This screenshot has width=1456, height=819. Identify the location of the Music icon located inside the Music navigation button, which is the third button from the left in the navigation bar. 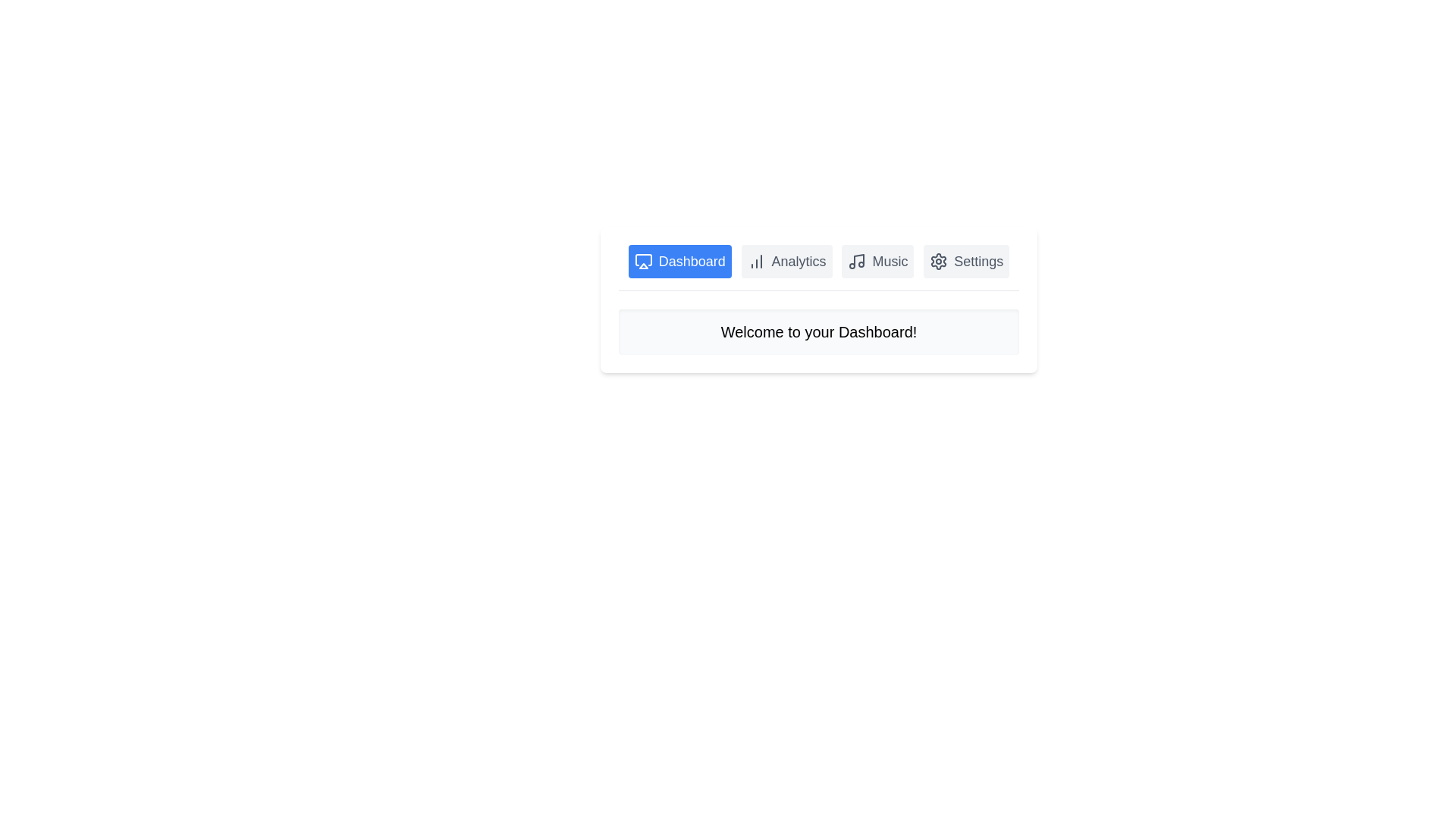
(857, 260).